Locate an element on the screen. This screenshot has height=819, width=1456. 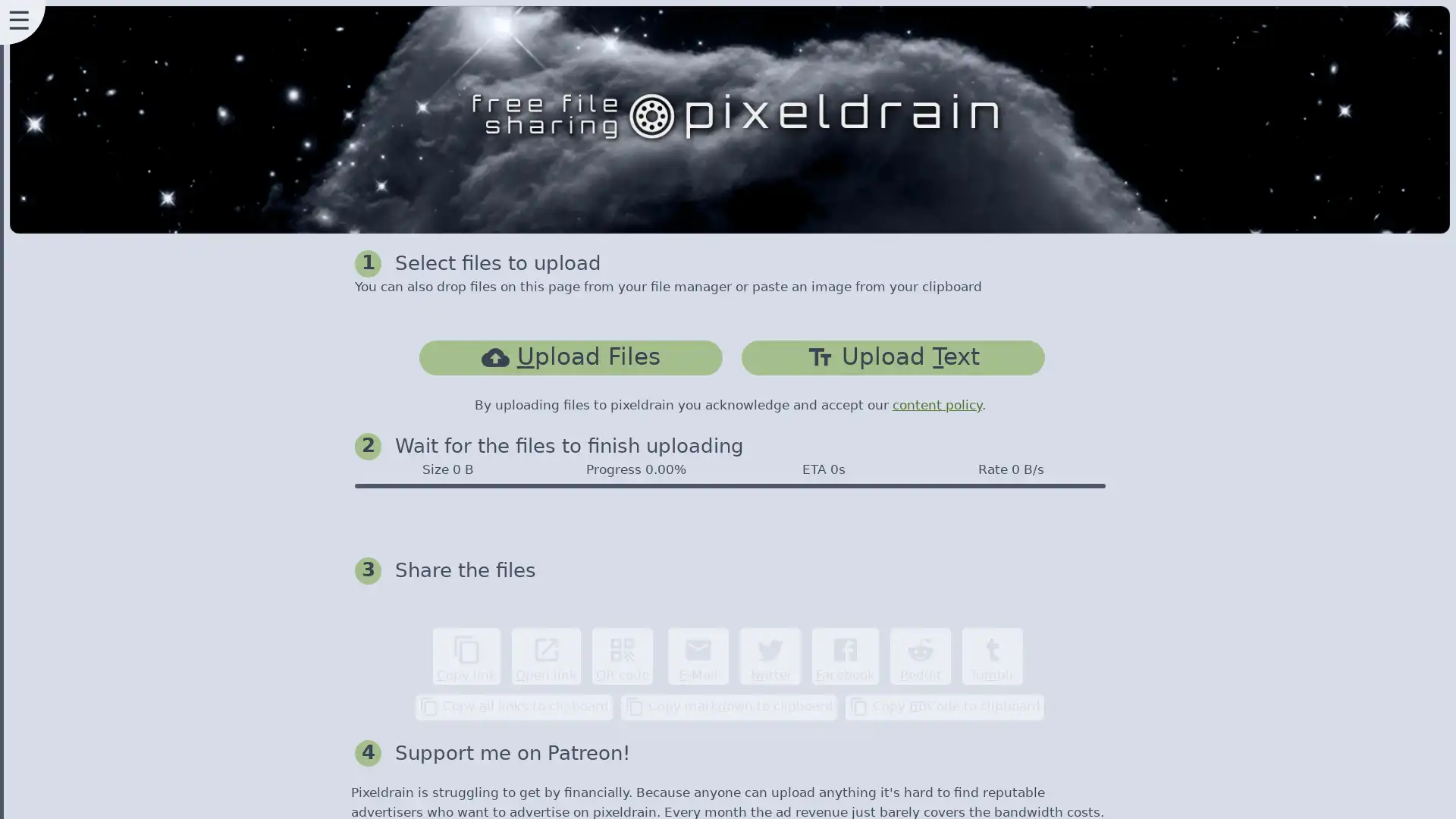
Facebook is located at coordinates (952, 655).